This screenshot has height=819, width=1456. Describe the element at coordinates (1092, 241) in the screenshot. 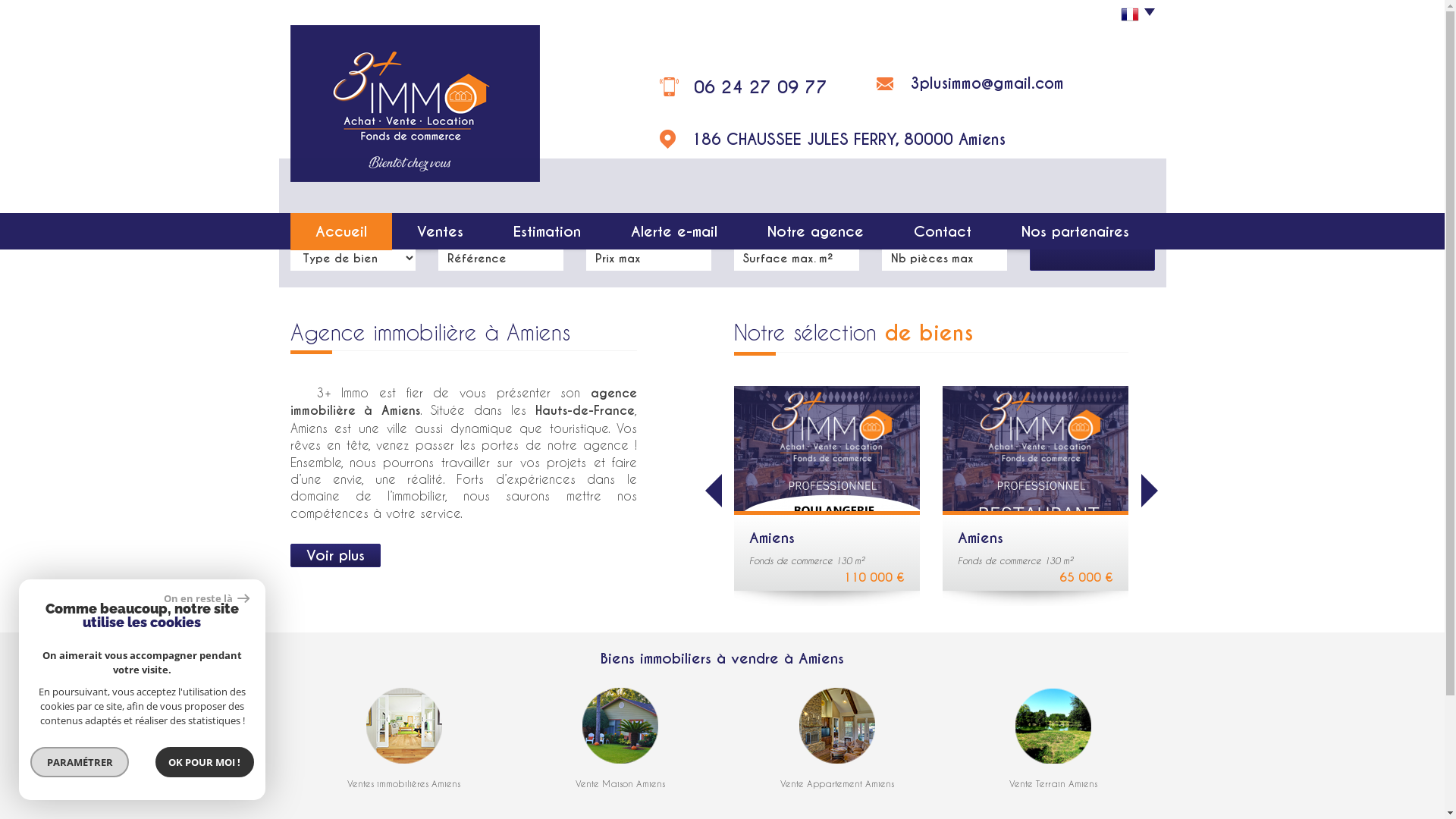

I see `'Recherche'` at that location.